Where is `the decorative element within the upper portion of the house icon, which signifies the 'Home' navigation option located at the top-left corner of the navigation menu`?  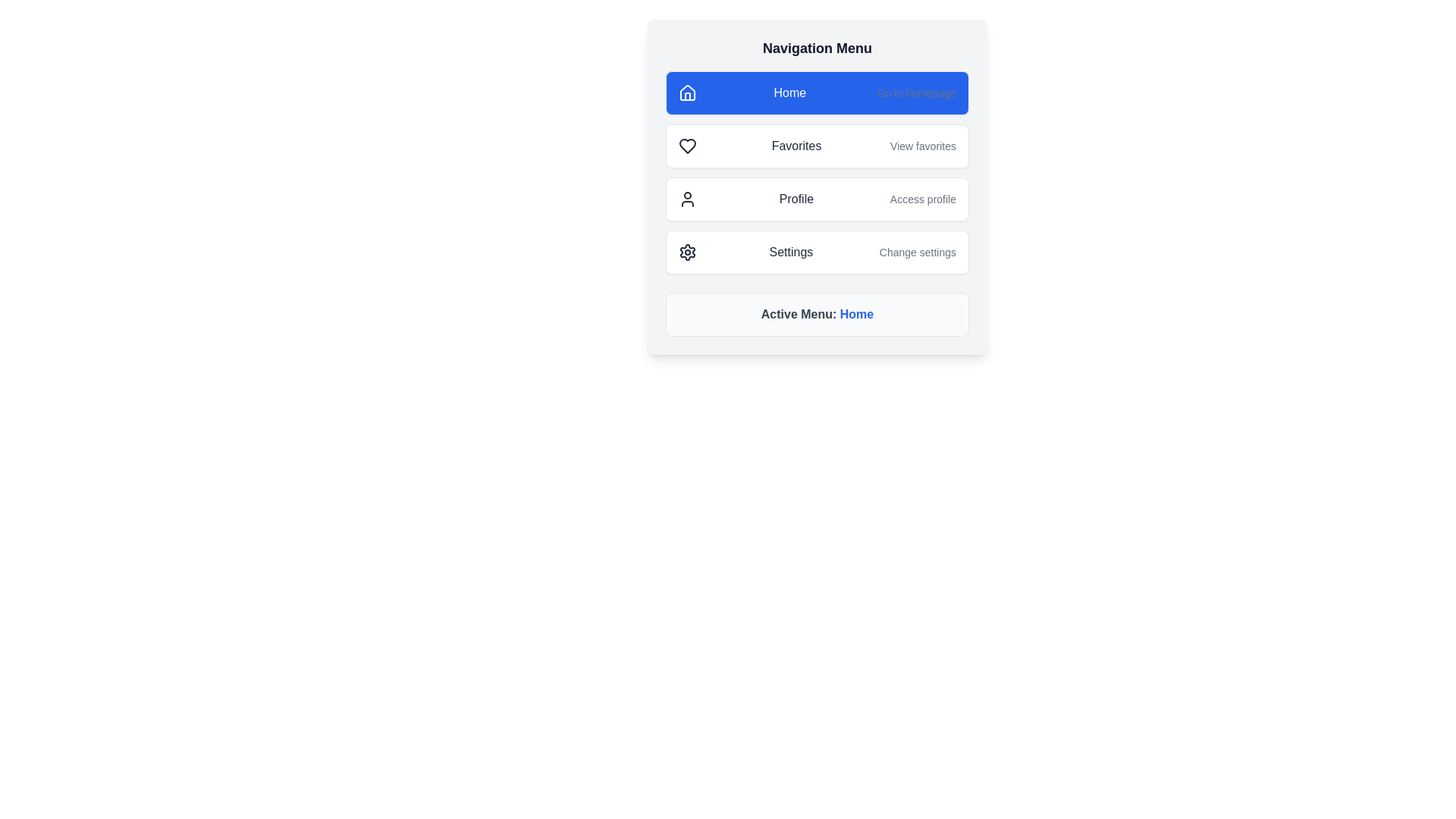
the decorative element within the upper portion of the house icon, which signifies the 'Home' navigation option located at the top-left corner of the navigation menu is located at coordinates (687, 96).